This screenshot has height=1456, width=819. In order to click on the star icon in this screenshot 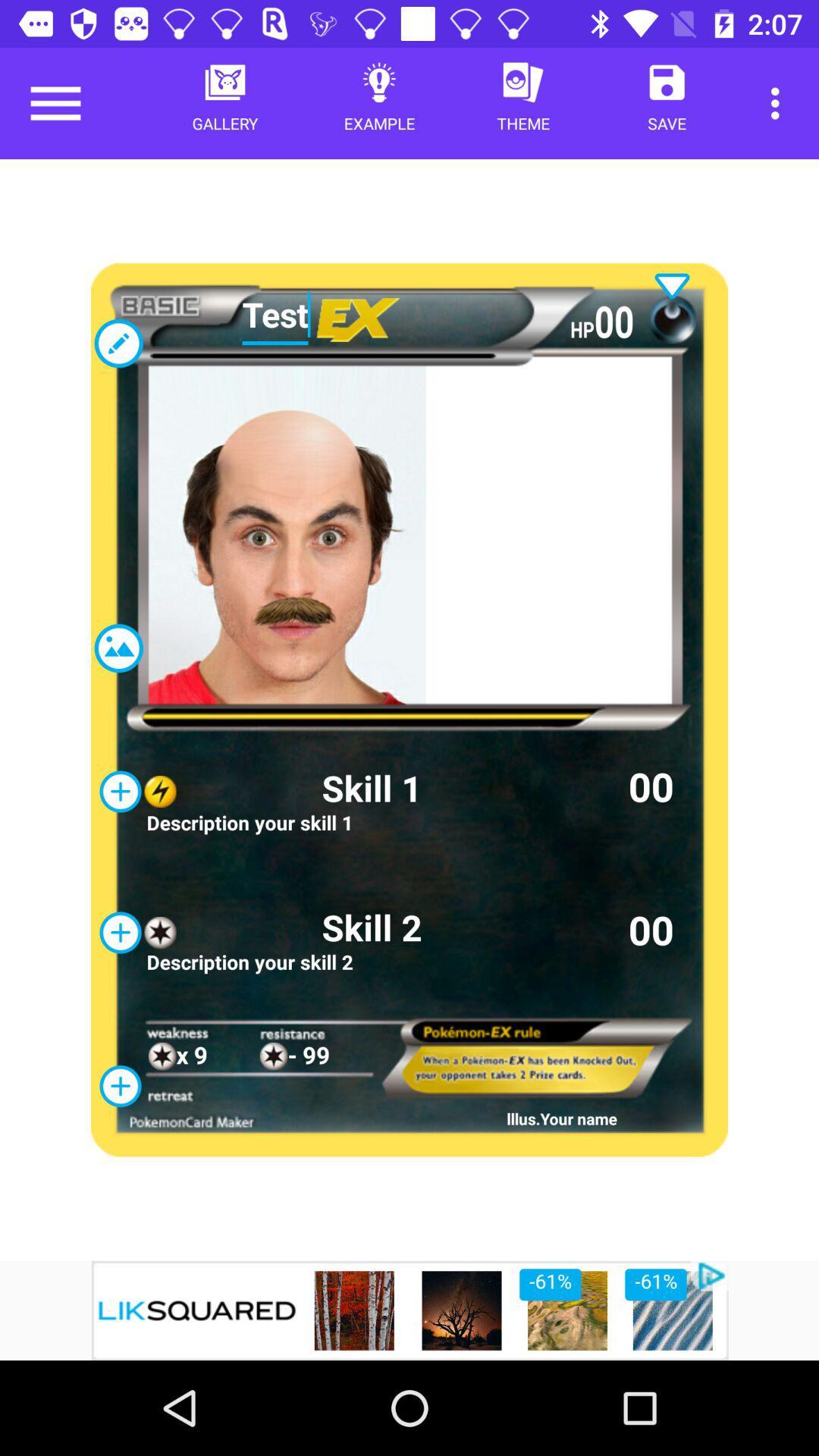, I will do `click(160, 931)`.